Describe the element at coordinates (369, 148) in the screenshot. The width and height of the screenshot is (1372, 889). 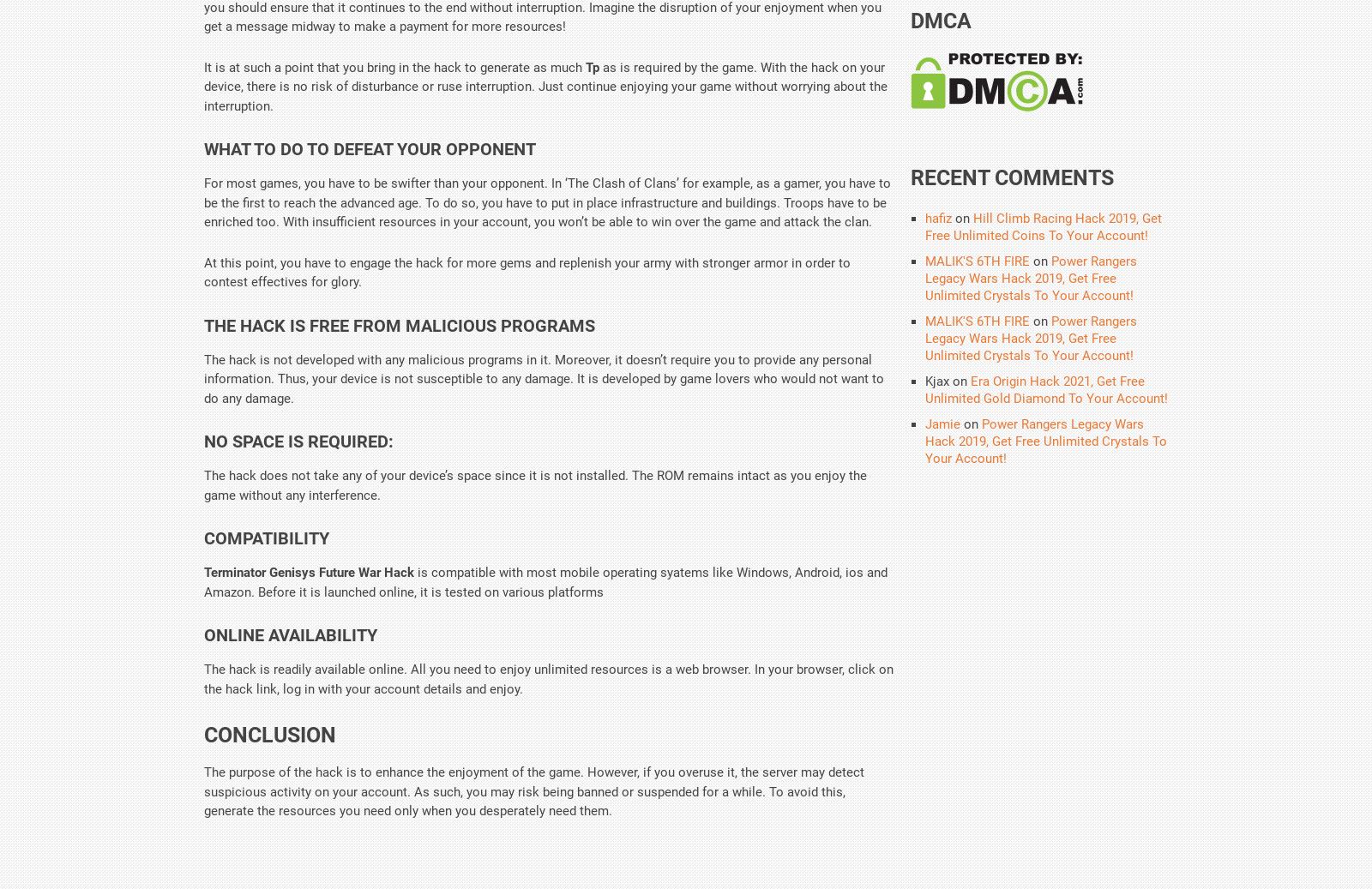
I see `'What to Do to Defeat Your Opponent'` at that location.